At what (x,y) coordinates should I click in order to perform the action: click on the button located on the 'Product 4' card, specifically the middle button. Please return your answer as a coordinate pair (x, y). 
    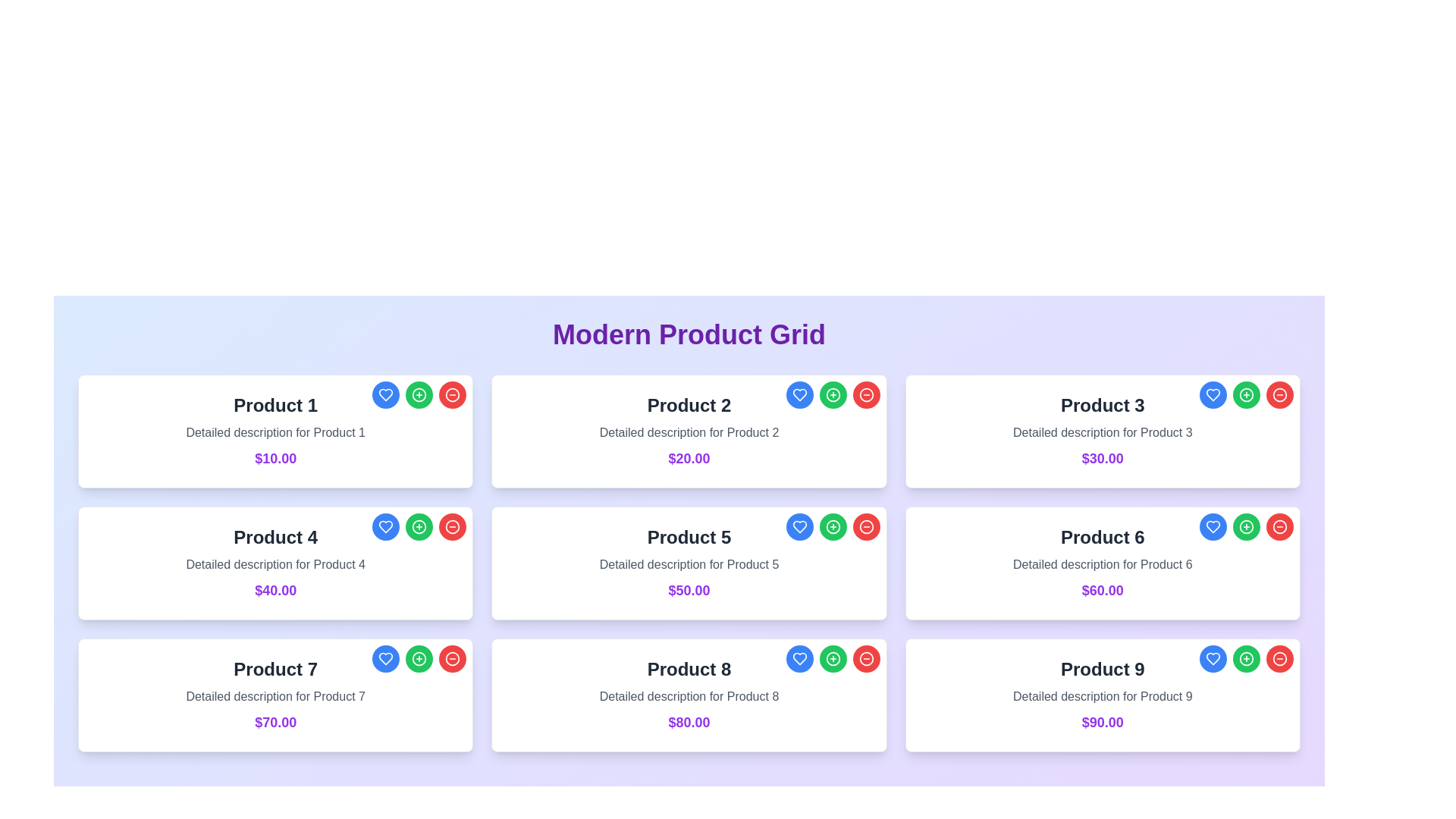
    Looking at the image, I should click on (419, 526).